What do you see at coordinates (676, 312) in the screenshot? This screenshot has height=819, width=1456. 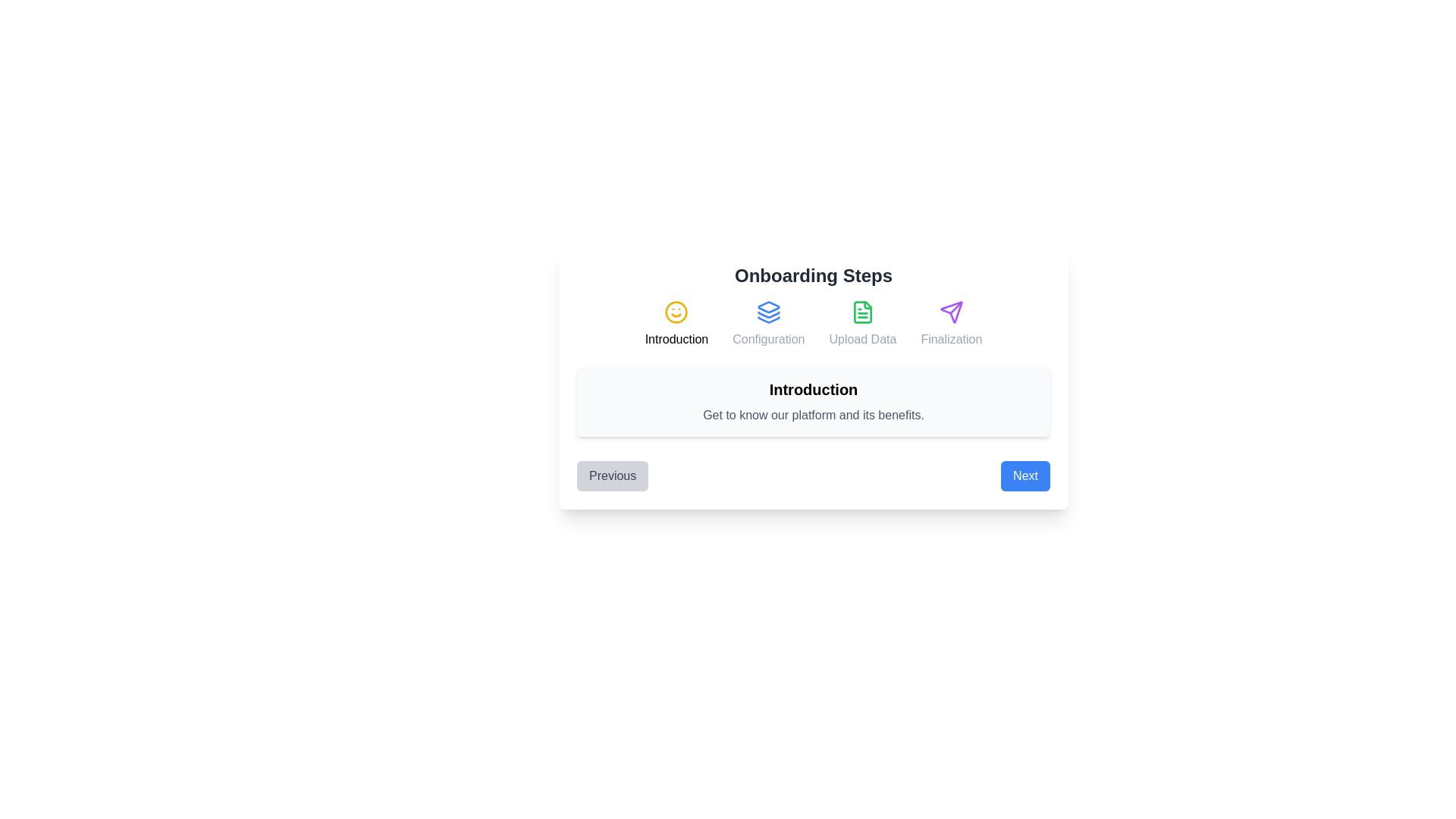 I see `the leftmost circular icon depicting a smiling face in bold yellow, located under the 'Onboarding Steps' section, above the text 'Introduction'` at bounding box center [676, 312].